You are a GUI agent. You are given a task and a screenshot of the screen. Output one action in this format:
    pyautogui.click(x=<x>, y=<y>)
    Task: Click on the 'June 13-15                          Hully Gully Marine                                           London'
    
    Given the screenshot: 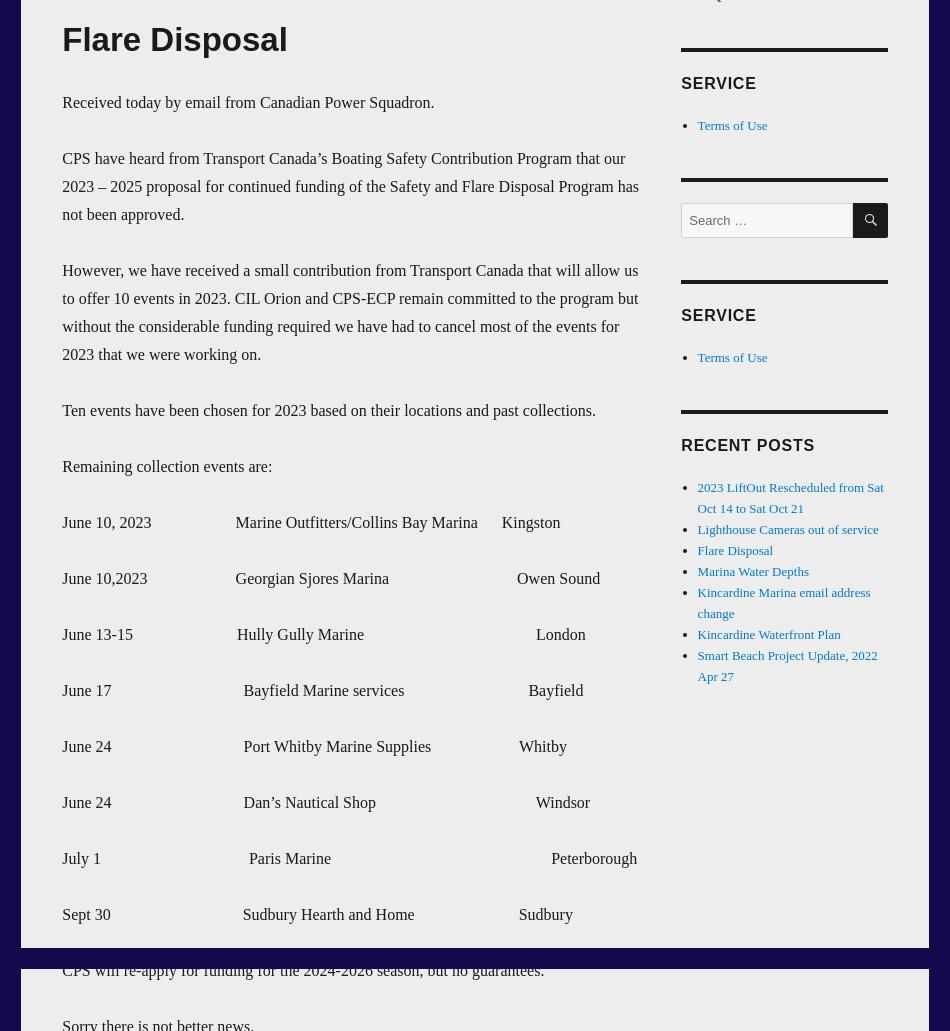 What is the action you would take?
    pyautogui.click(x=322, y=634)
    